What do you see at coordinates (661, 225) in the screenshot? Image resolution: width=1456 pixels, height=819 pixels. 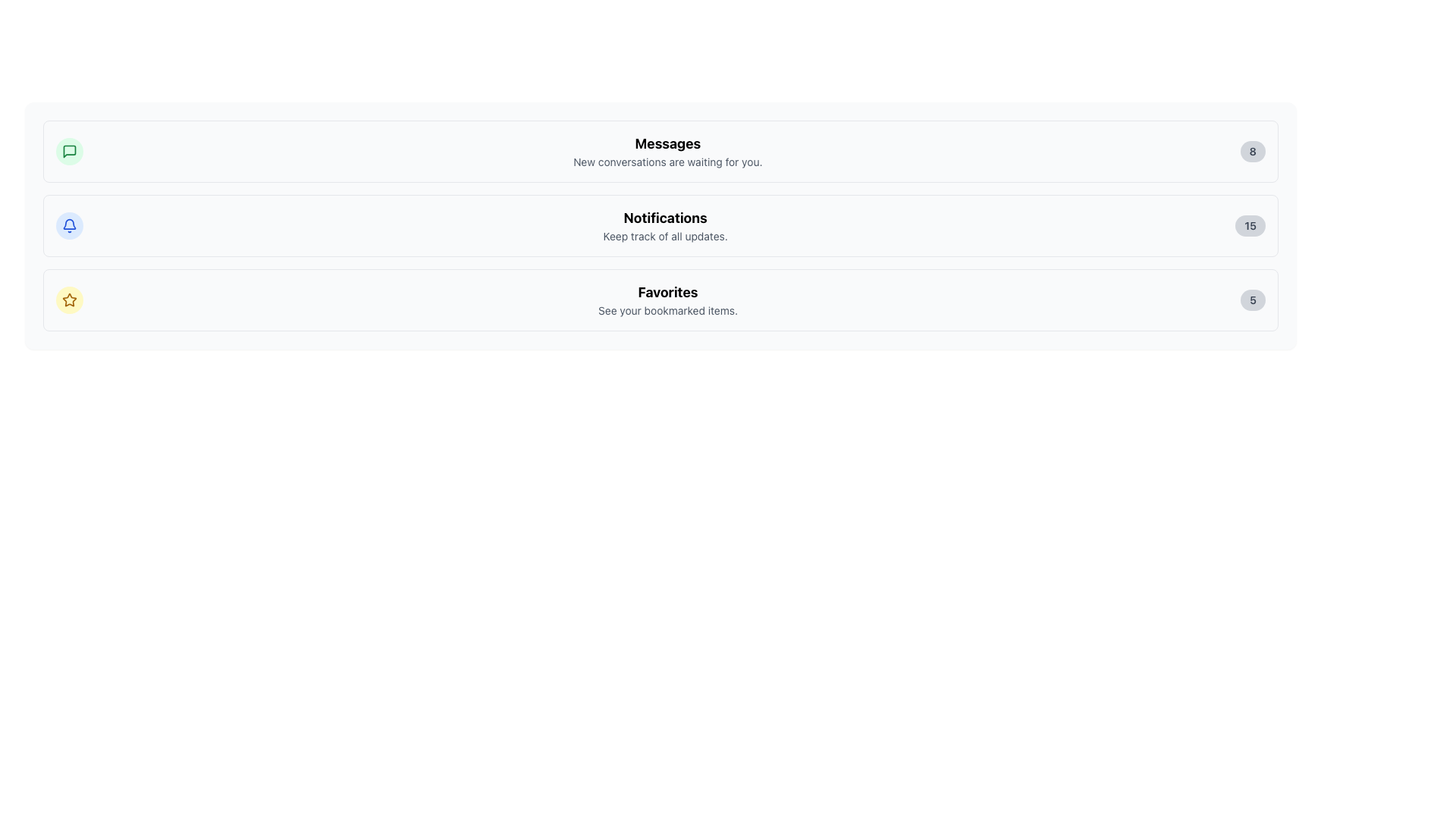 I see `the 'Notifications' interactive list card, which is the second card in a vertical list of three items` at bounding box center [661, 225].